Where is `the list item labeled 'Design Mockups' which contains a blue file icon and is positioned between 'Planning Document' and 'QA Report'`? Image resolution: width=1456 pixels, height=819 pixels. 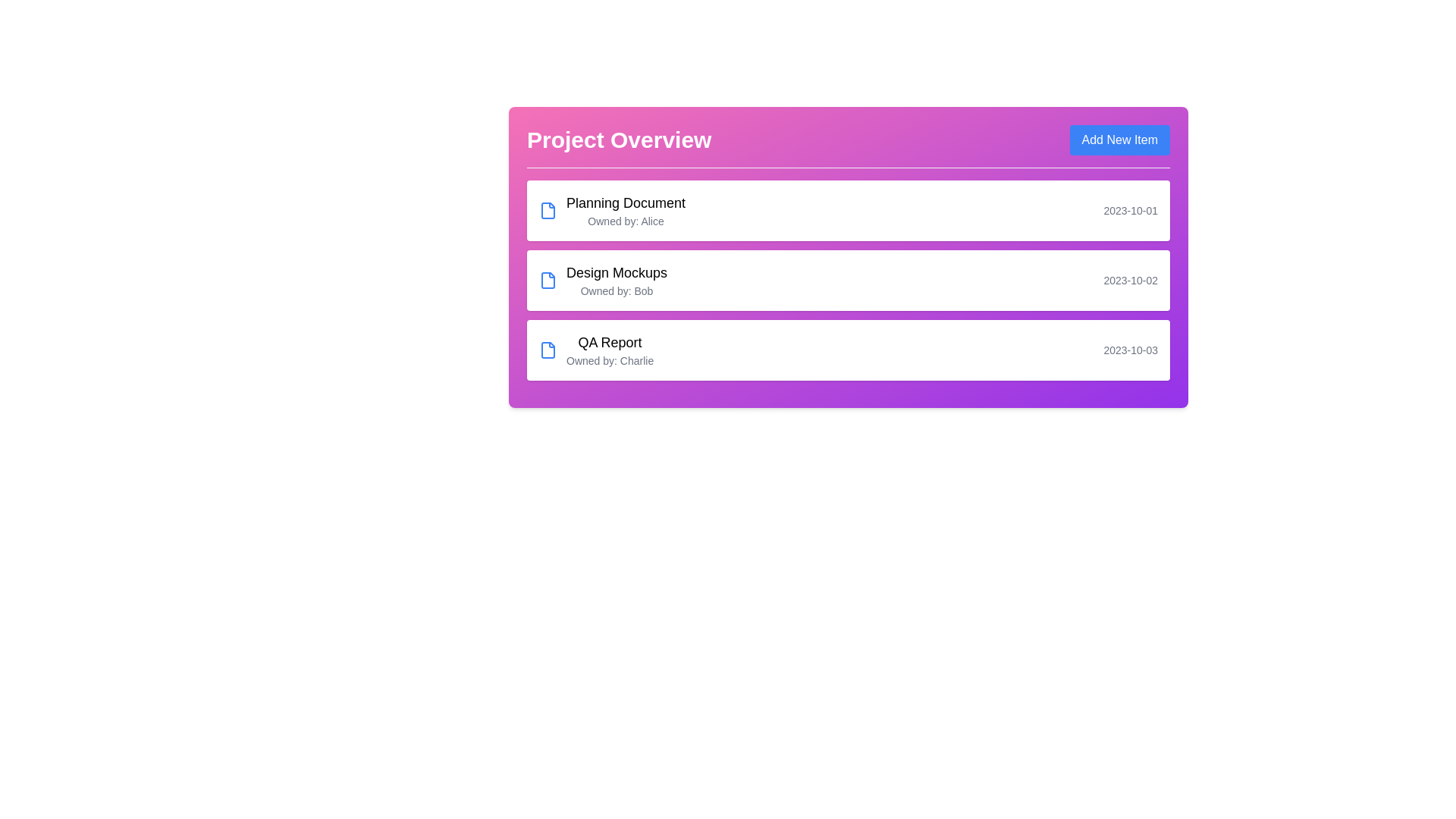
the list item labeled 'Design Mockups' which contains a blue file icon and is positioned between 'Planning Document' and 'QA Report' is located at coordinates (602, 281).